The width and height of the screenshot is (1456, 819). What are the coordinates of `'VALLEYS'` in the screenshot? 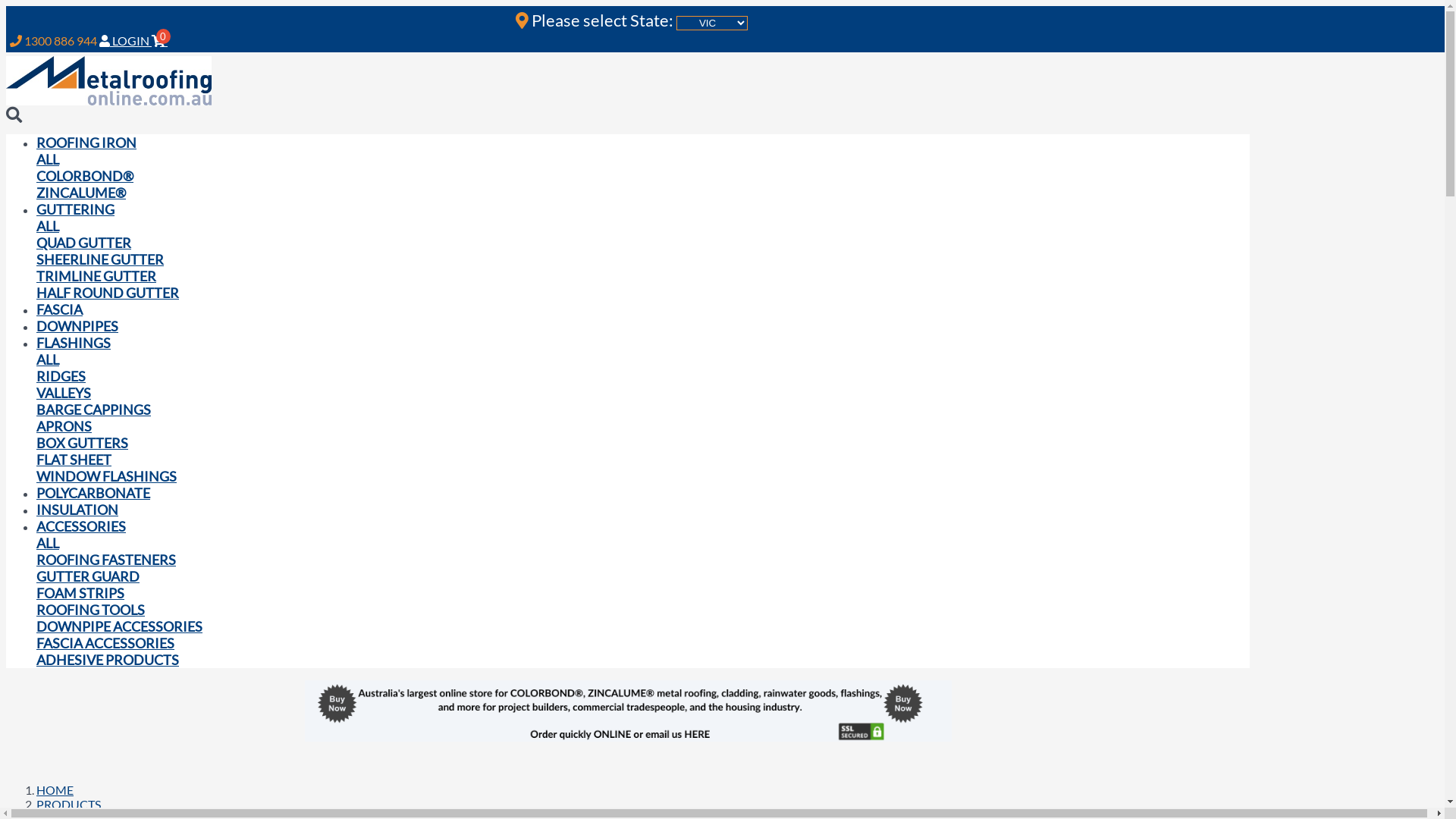 It's located at (62, 391).